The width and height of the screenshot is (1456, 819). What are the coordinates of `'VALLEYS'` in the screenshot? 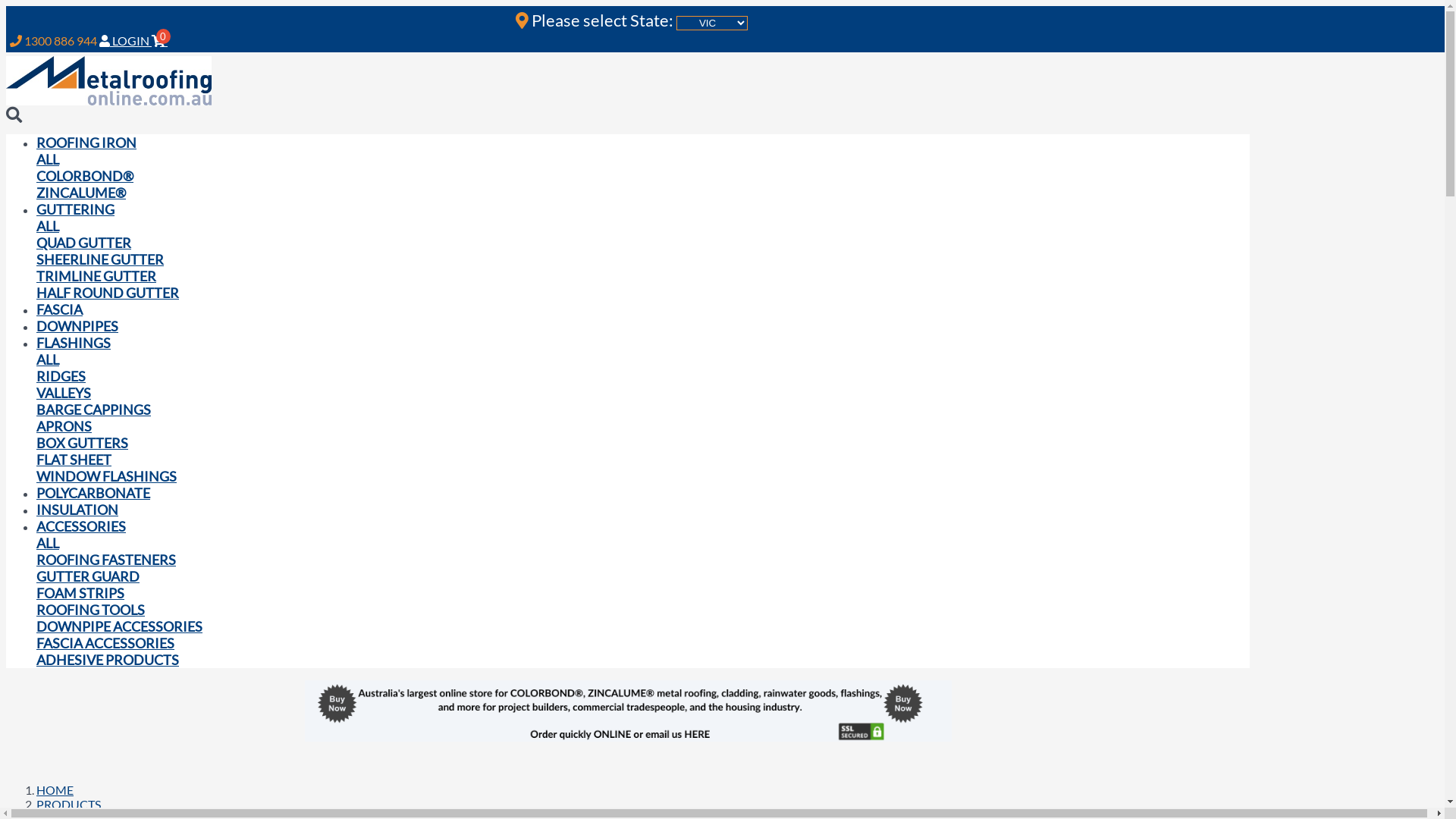 It's located at (62, 391).